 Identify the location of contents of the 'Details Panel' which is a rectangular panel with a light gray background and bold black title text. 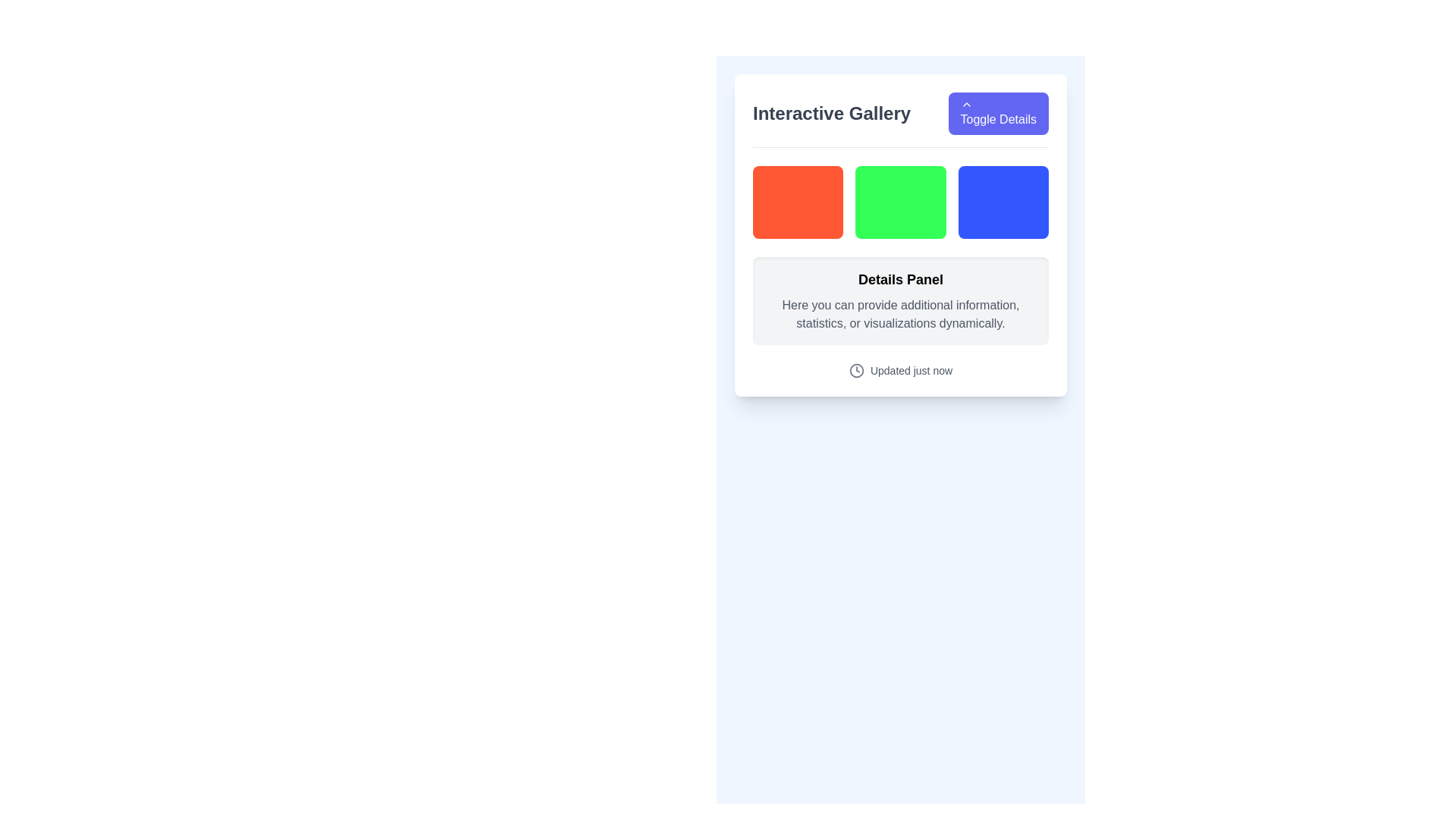
(901, 301).